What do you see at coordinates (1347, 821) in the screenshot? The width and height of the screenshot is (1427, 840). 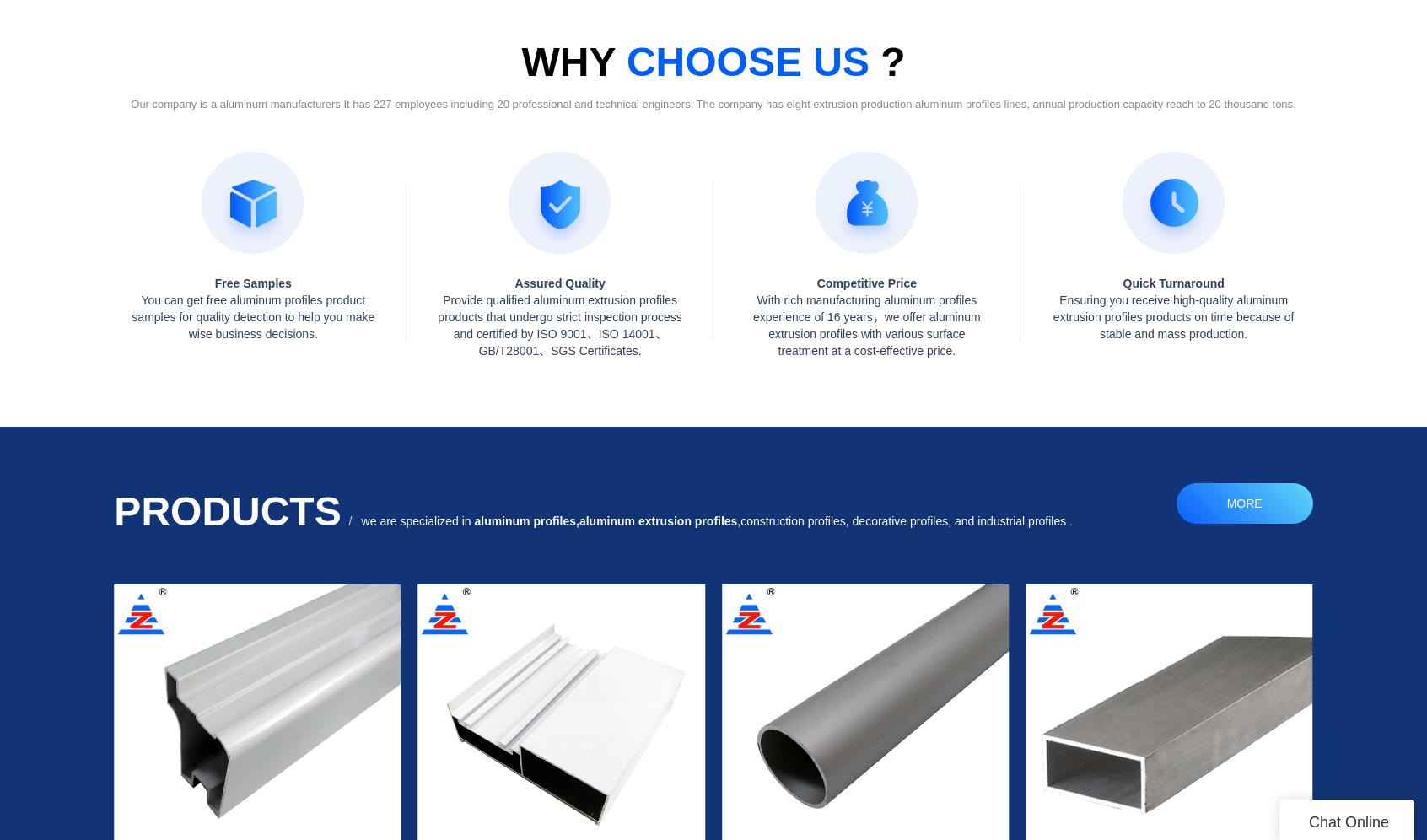 I see `'Chat Online'` at bounding box center [1347, 821].